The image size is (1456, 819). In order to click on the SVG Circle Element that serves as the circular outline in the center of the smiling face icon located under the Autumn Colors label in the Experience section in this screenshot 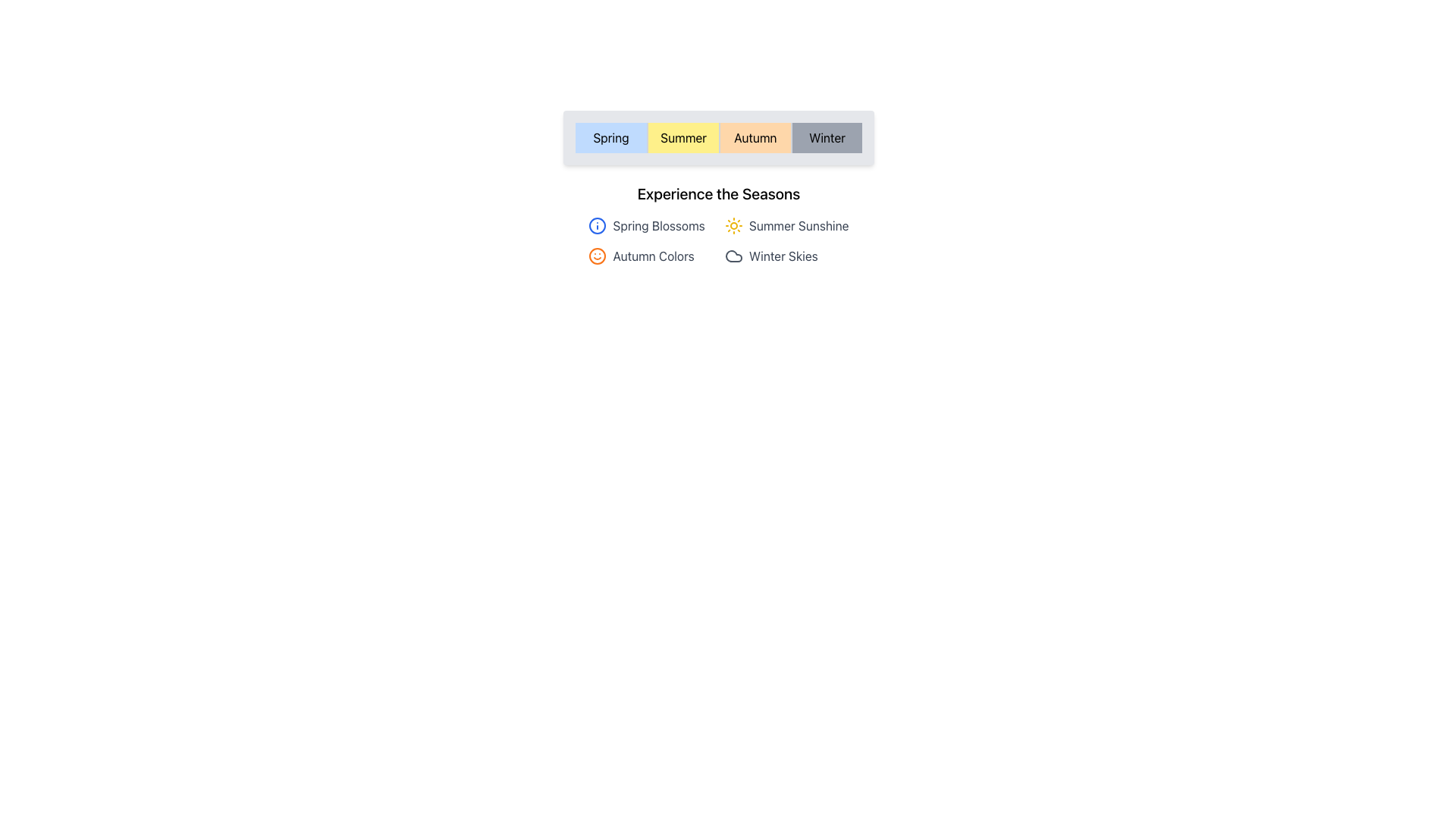, I will do `click(597, 256)`.